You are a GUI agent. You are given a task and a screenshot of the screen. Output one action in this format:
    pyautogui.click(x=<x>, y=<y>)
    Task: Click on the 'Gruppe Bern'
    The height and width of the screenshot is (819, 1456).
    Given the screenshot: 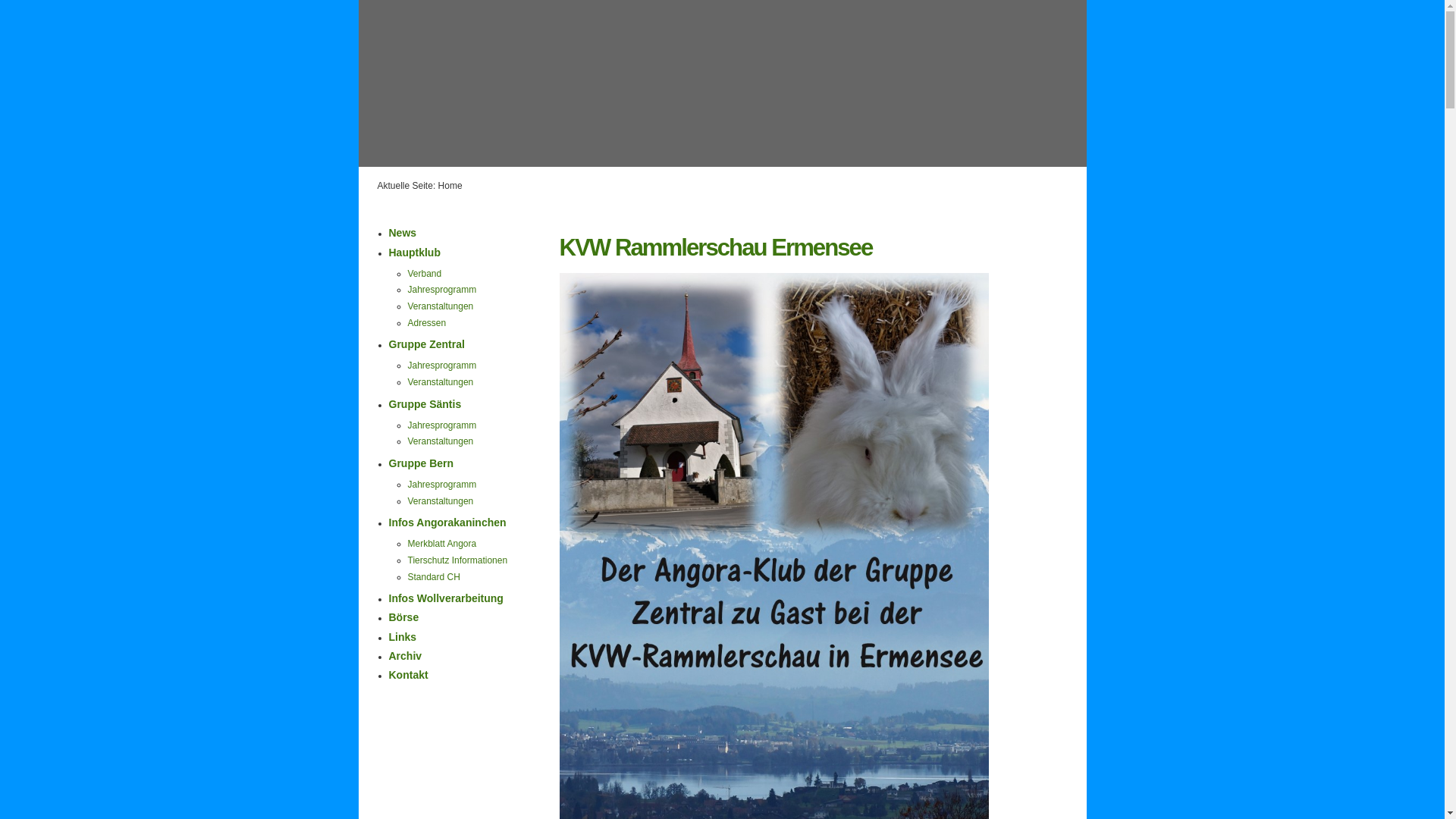 What is the action you would take?
    pyautogui.click(x=421, y=462)
    